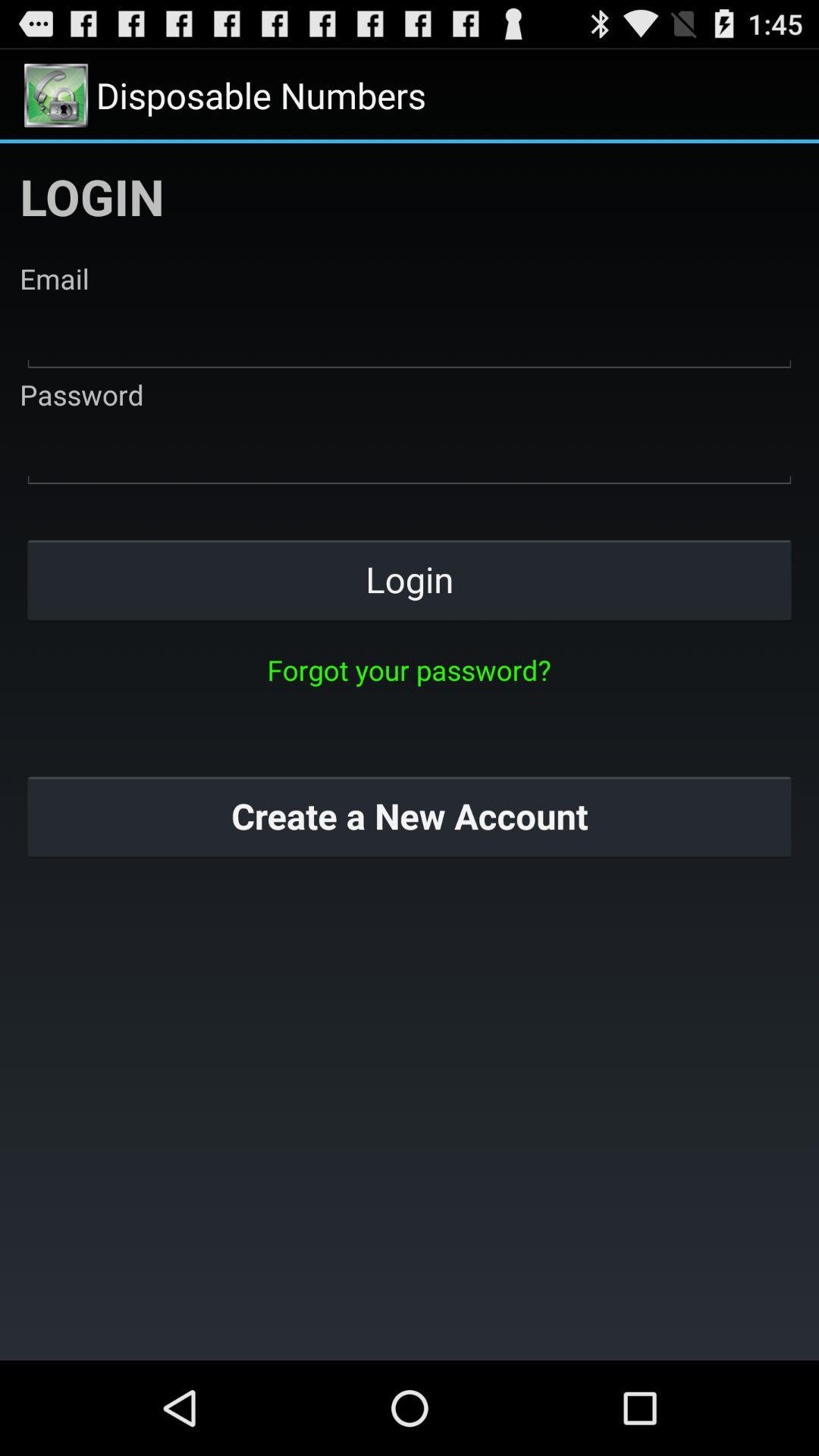 This screenshot has width=819, height=1456. Describe the element at coordinates (408, 669) in the screenshot. I see `forgot your password? icon` at that location.